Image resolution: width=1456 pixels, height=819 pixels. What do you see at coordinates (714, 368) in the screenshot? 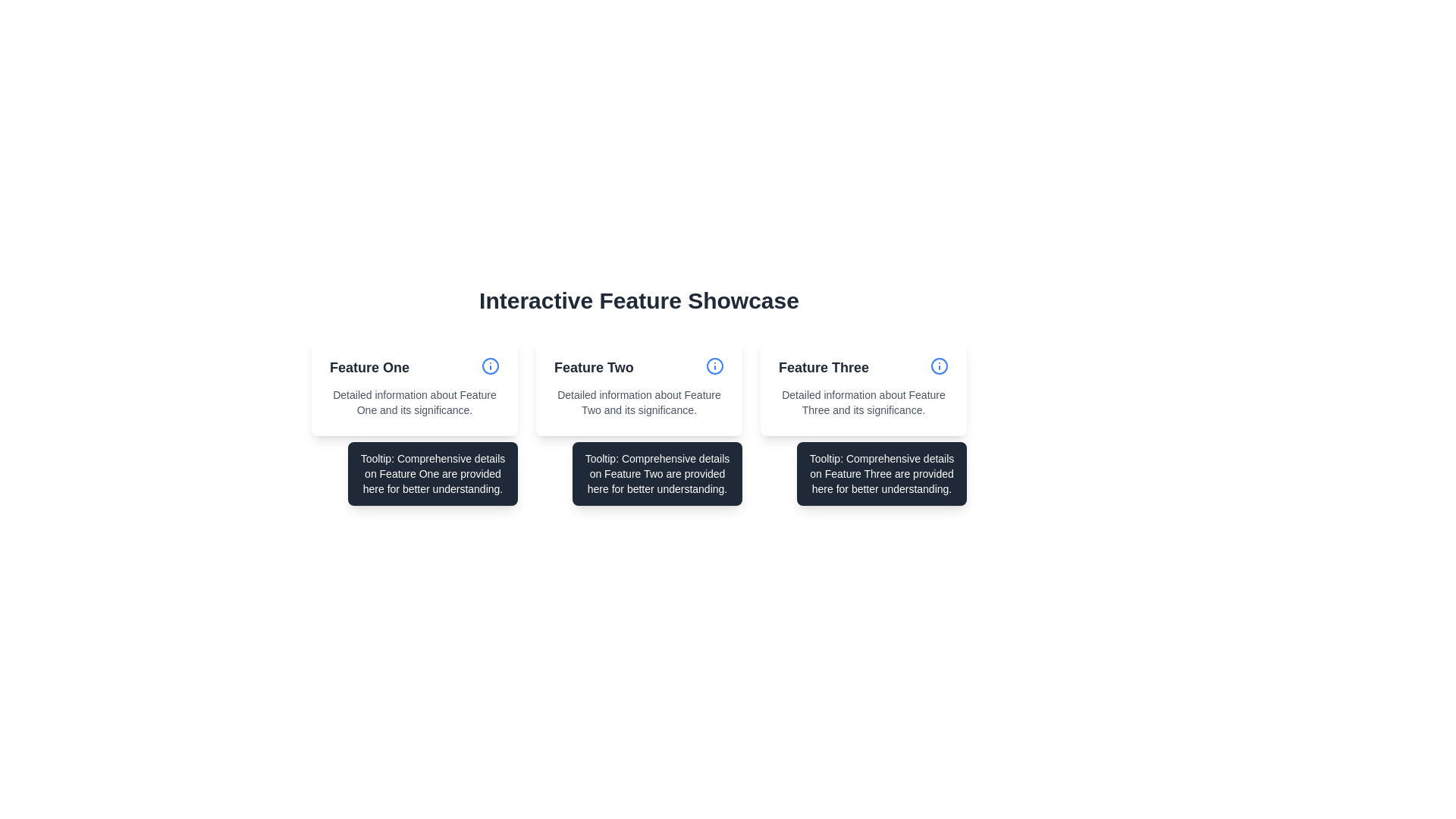
I see `the blue circular icon with a stroke and dot pattern, which is aligned to the right of the 'Feature Two' header` at bounding box center [714, 368].